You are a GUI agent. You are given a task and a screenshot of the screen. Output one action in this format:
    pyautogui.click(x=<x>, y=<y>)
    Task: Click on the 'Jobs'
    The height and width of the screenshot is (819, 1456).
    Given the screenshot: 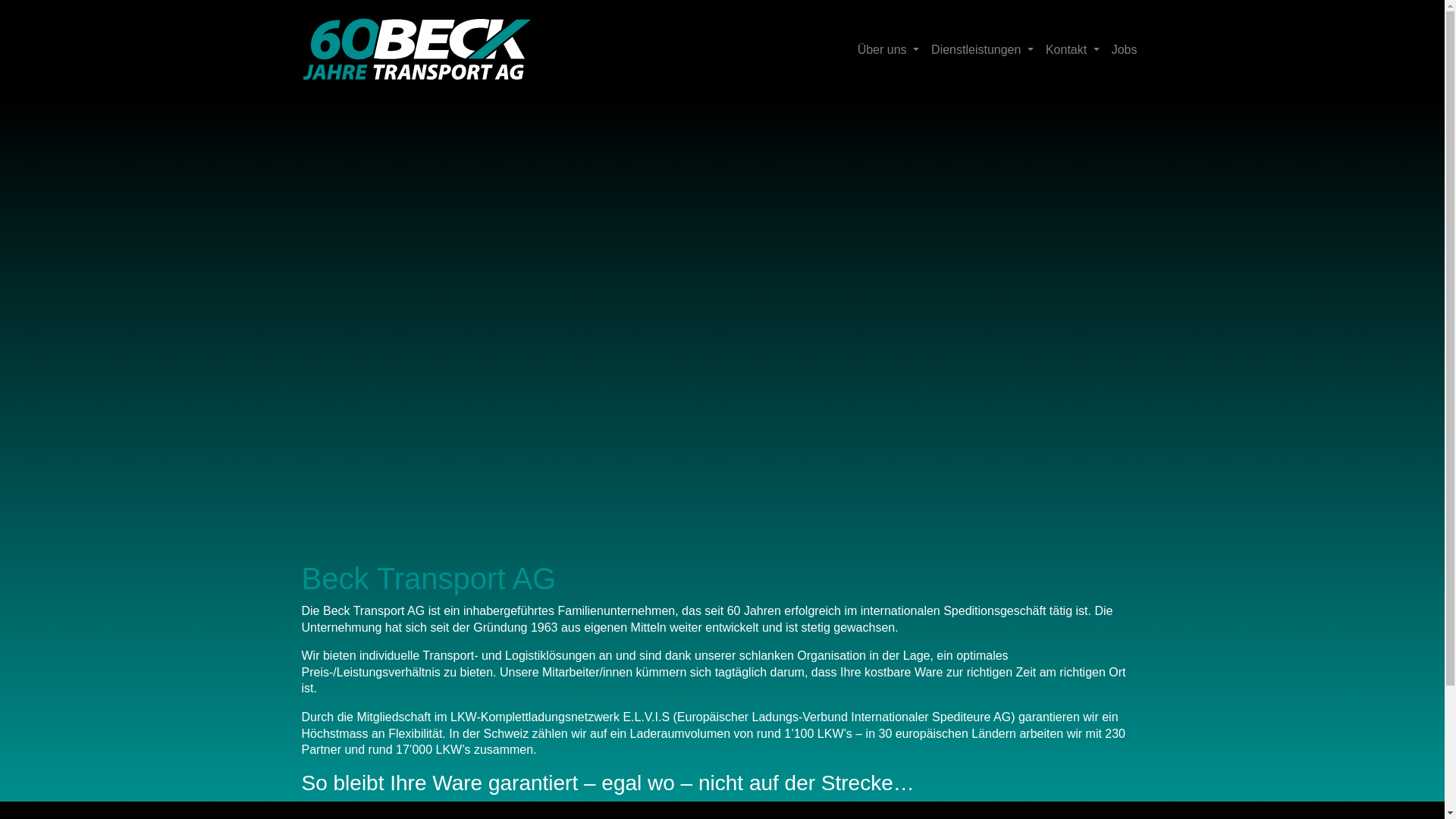 What is the action you would take?
    pyautogui.click(x=1125, y=49)
    